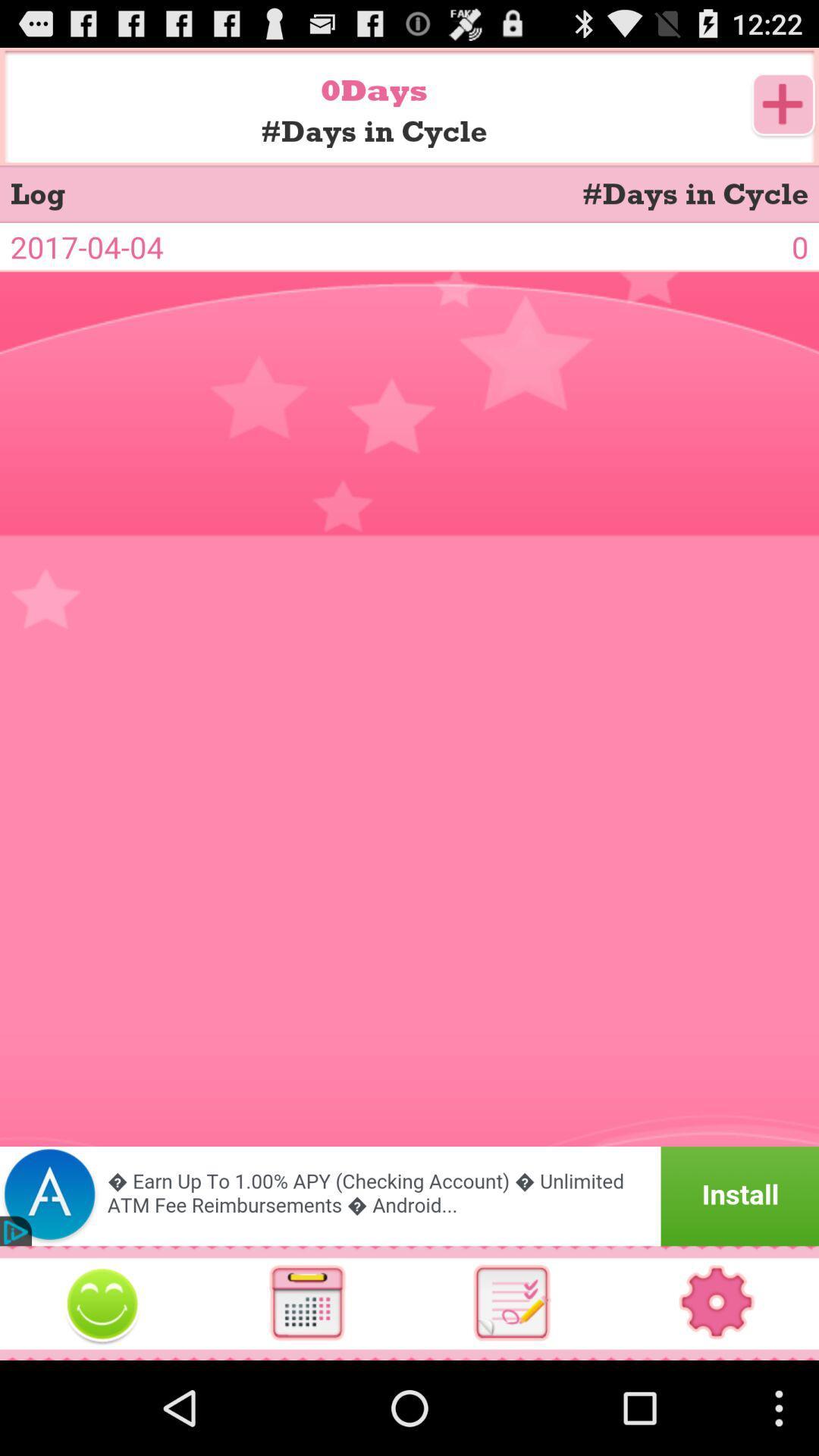 This screenshot has height=1456, width=819. Describe the element at coordinates (717, 1302) in the screenshot. I see `settings app` at that location.